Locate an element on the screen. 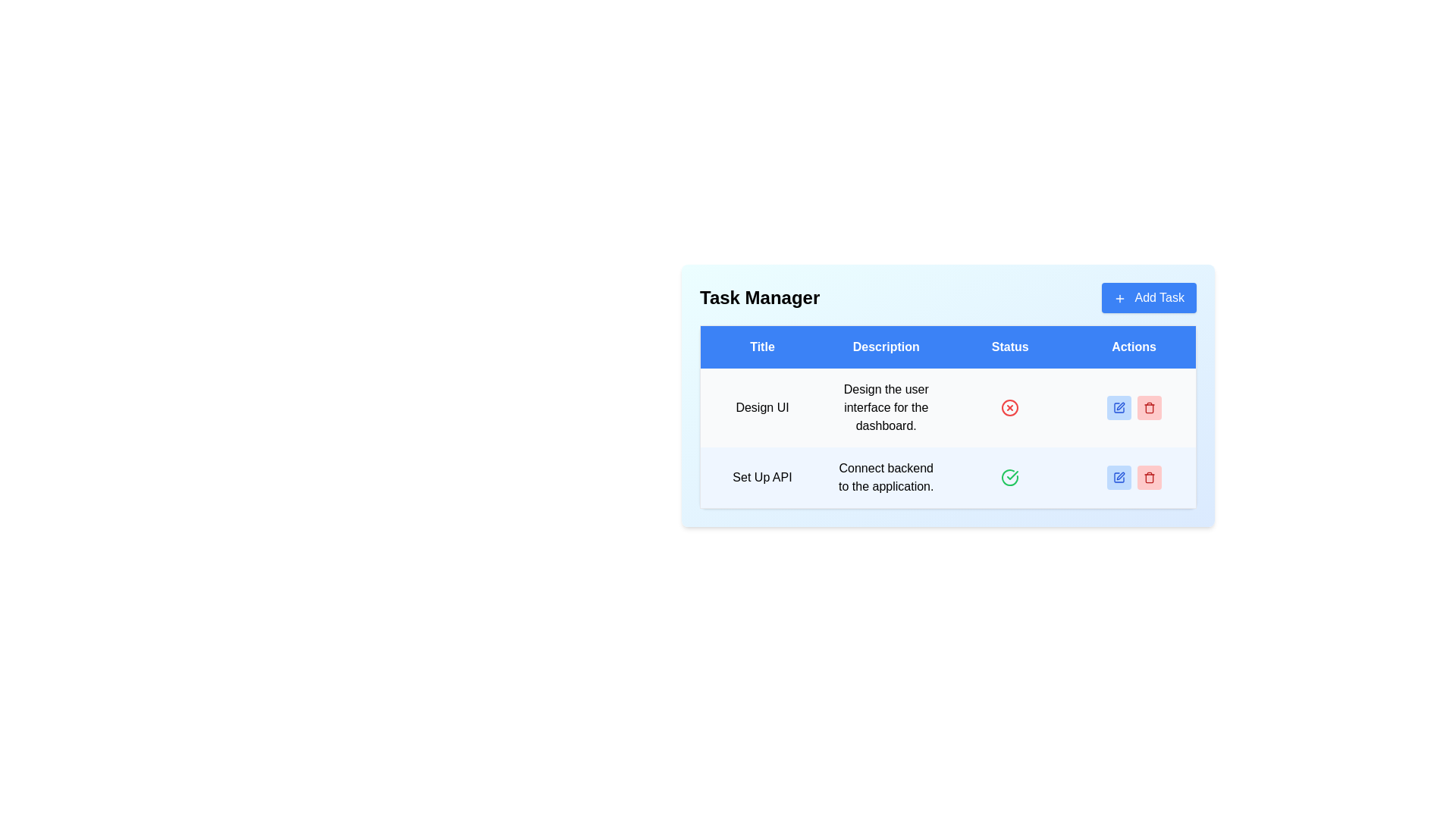 This screenshot has height=819, width=1456. the edit button in the 'Actions' column of the second row in the table, which is indicated by a pen icon and is located to the left of a red-colored trash button is located at coordinates (1119, 476).